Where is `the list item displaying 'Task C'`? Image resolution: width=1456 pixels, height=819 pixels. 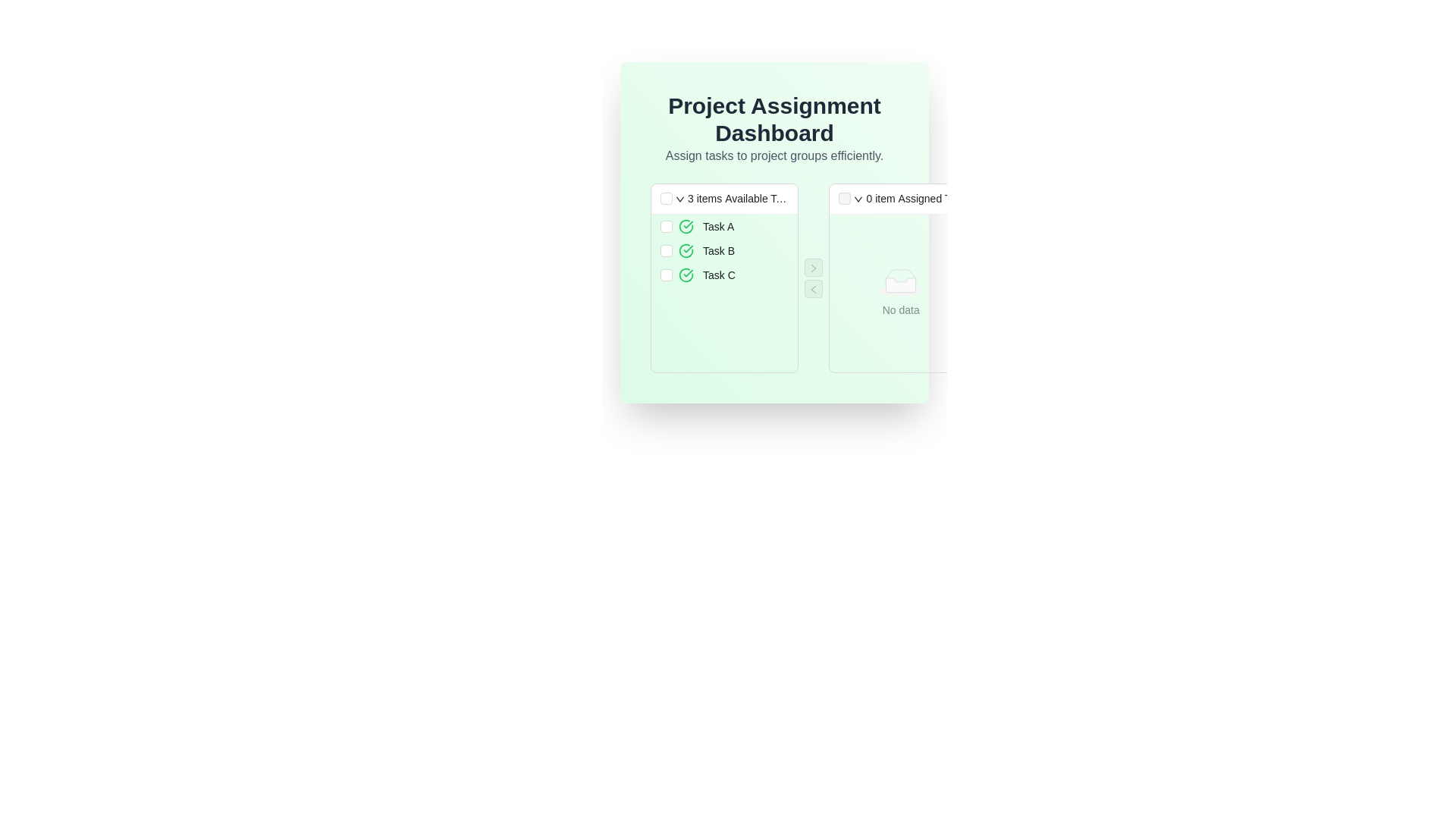
the list item displaying 'Task C' is located at coordinates (733, 275).